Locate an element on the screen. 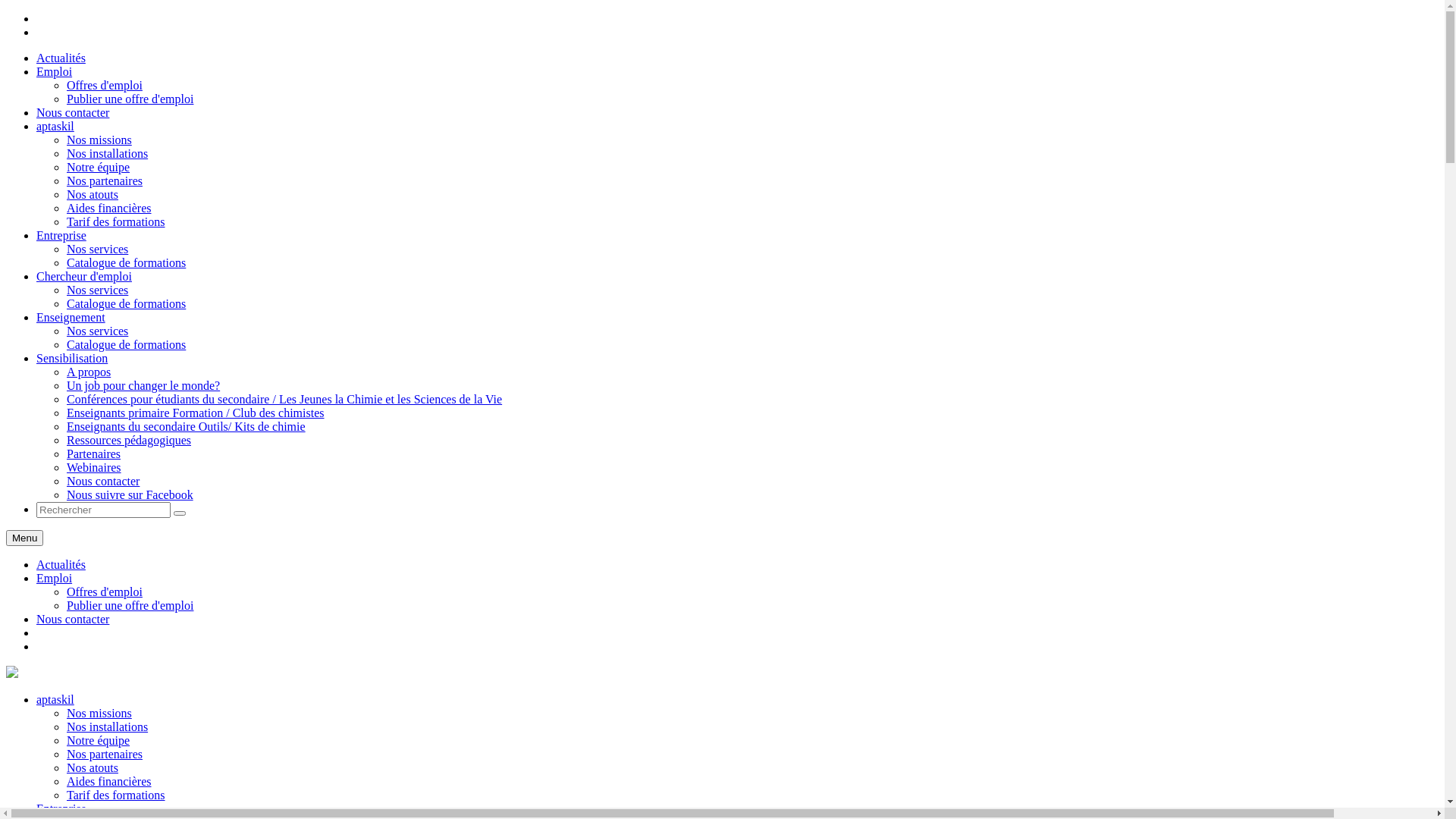  'aptaskil' is located at coordinates (55, 699).